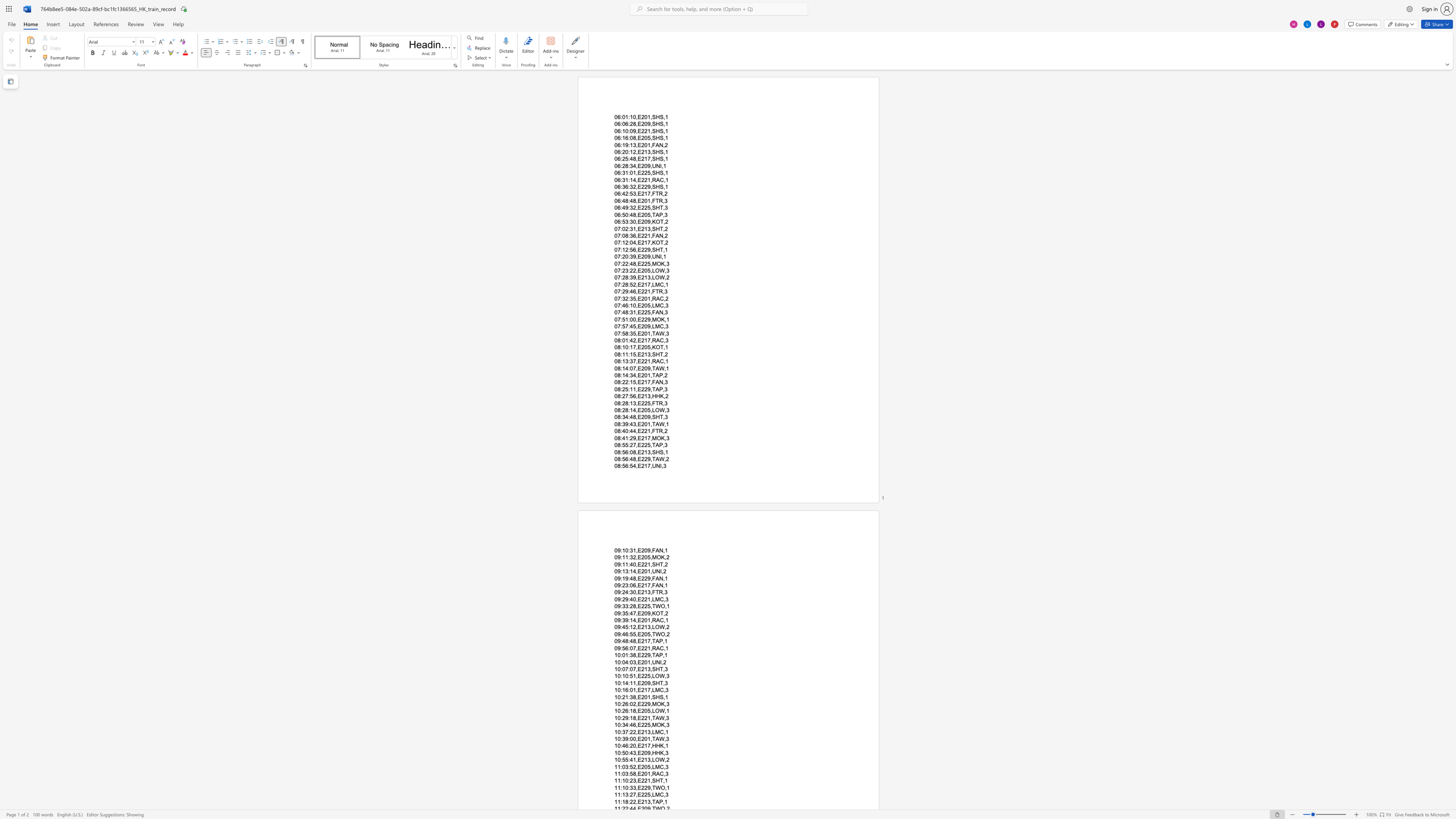 The width and height of the screenshot is (1456, 819). Describe the element at coordinates (649, 794) in the screenshot. I see `the subset text ",L" within the text "11:13:27,E225,LMC,3"` at that location.